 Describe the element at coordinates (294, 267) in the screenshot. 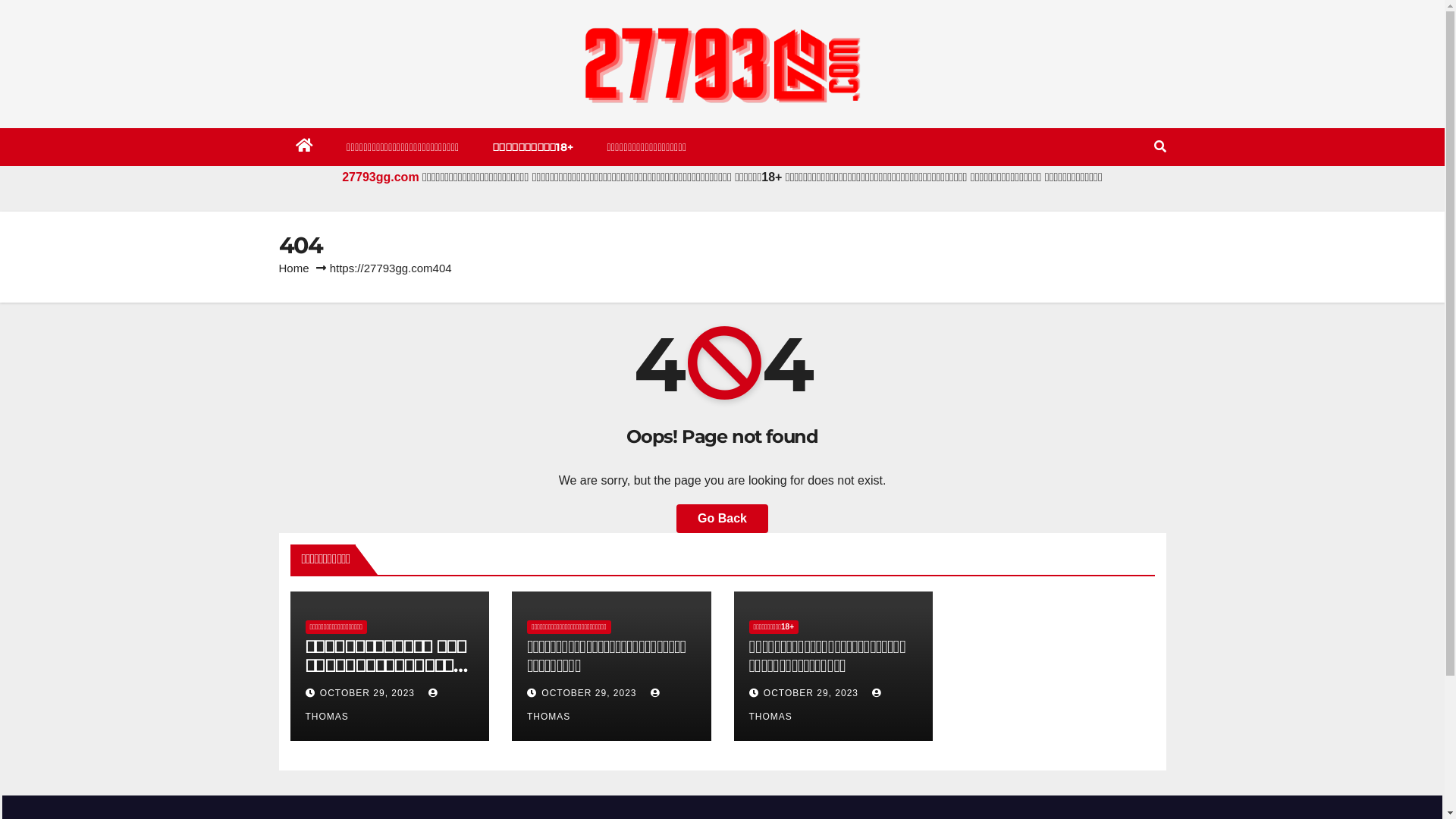

I see `'Home'` at that location.